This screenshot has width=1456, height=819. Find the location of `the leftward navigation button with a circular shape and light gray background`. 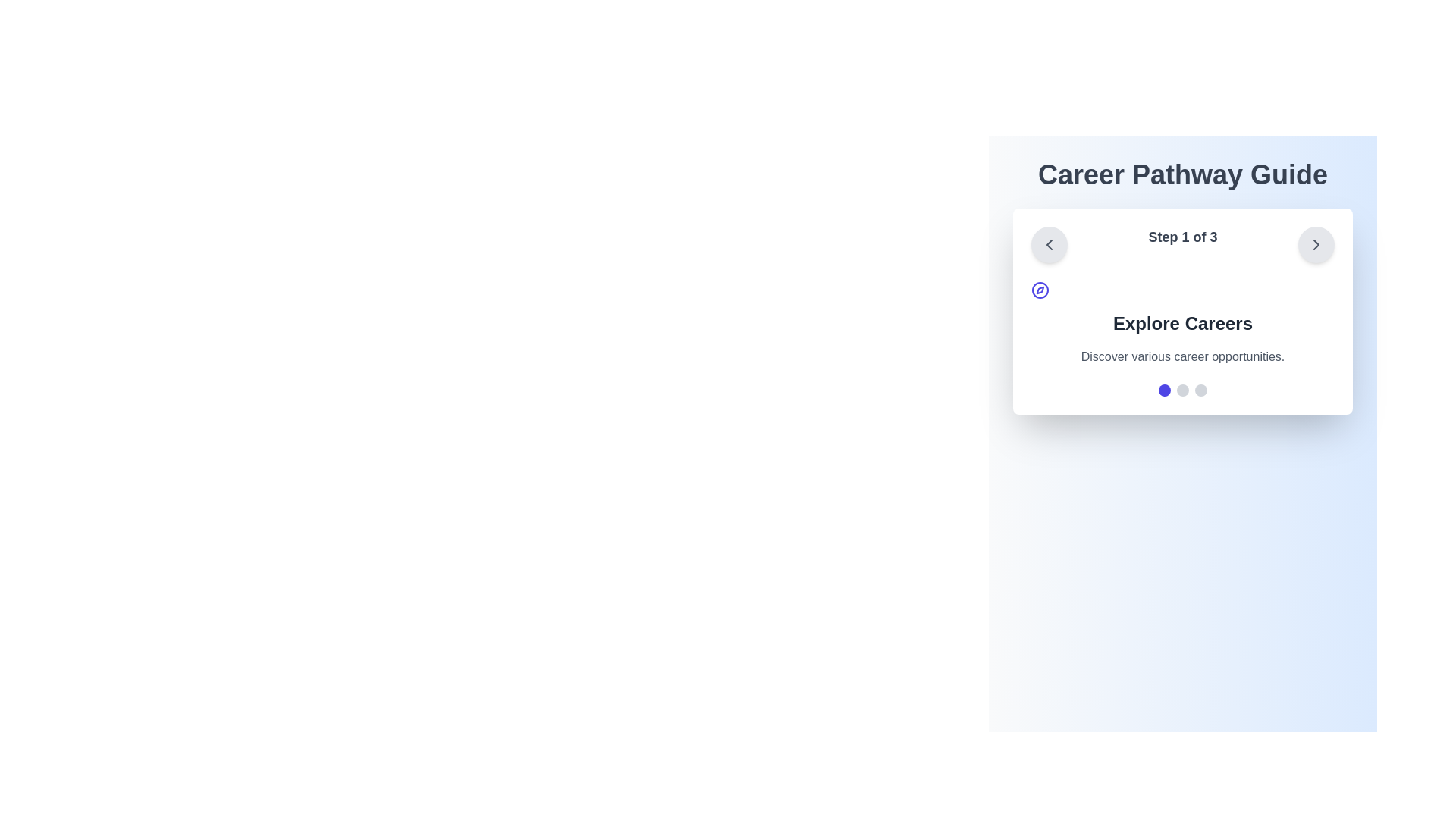

the leftward navigation button with a circular shape and light gray background is located at coordinates (1048, 244).